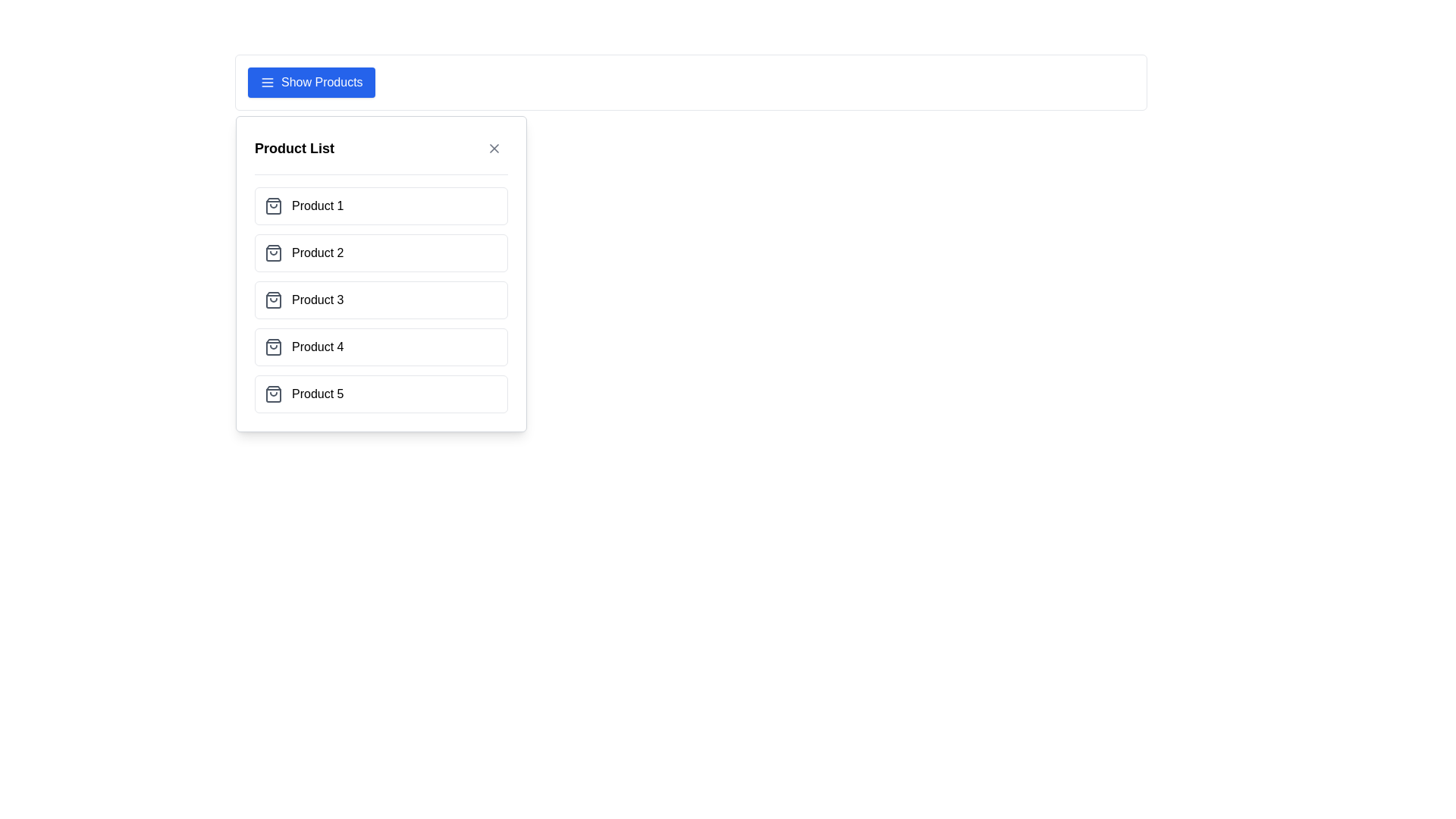  I want to click on the second Text label in the 'Product List' modal card that displays the product name, so click(317, 253).